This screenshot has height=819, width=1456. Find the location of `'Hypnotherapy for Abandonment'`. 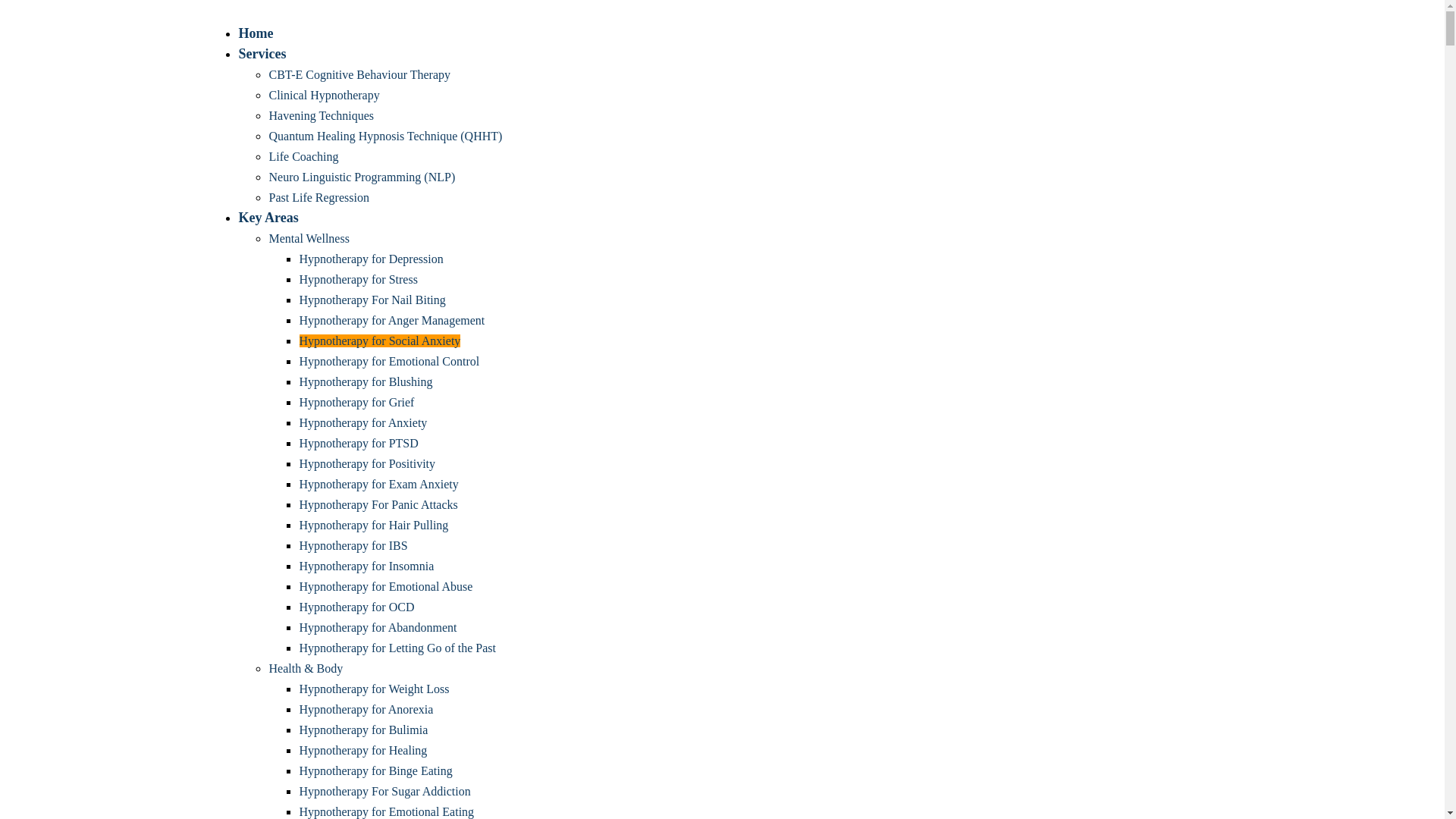

'Hypnotherapy for Abandonment' is located at coordinates (378, 627).